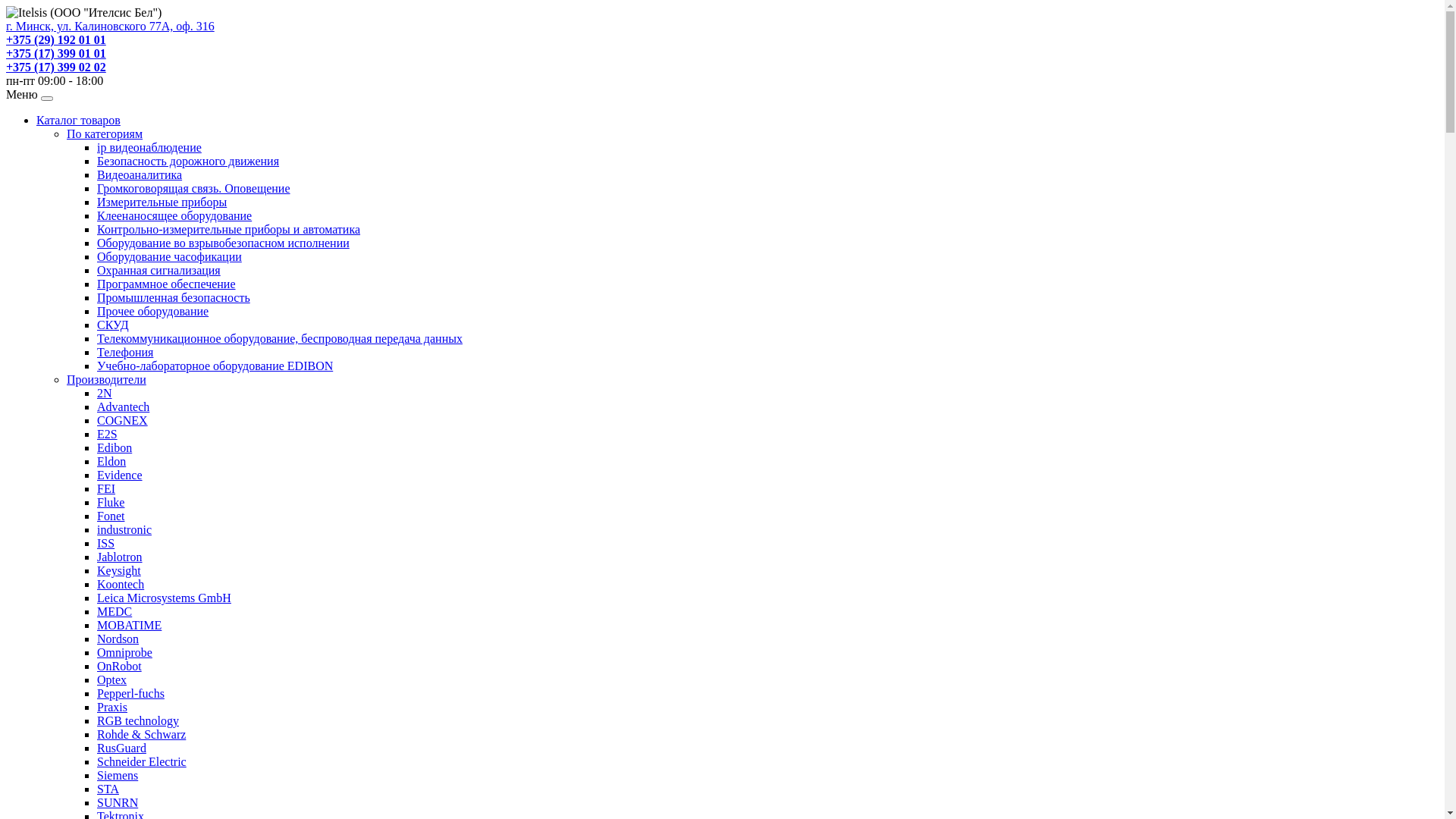  I want to click on 'Pepperl-fuchs', so click(130, 693).